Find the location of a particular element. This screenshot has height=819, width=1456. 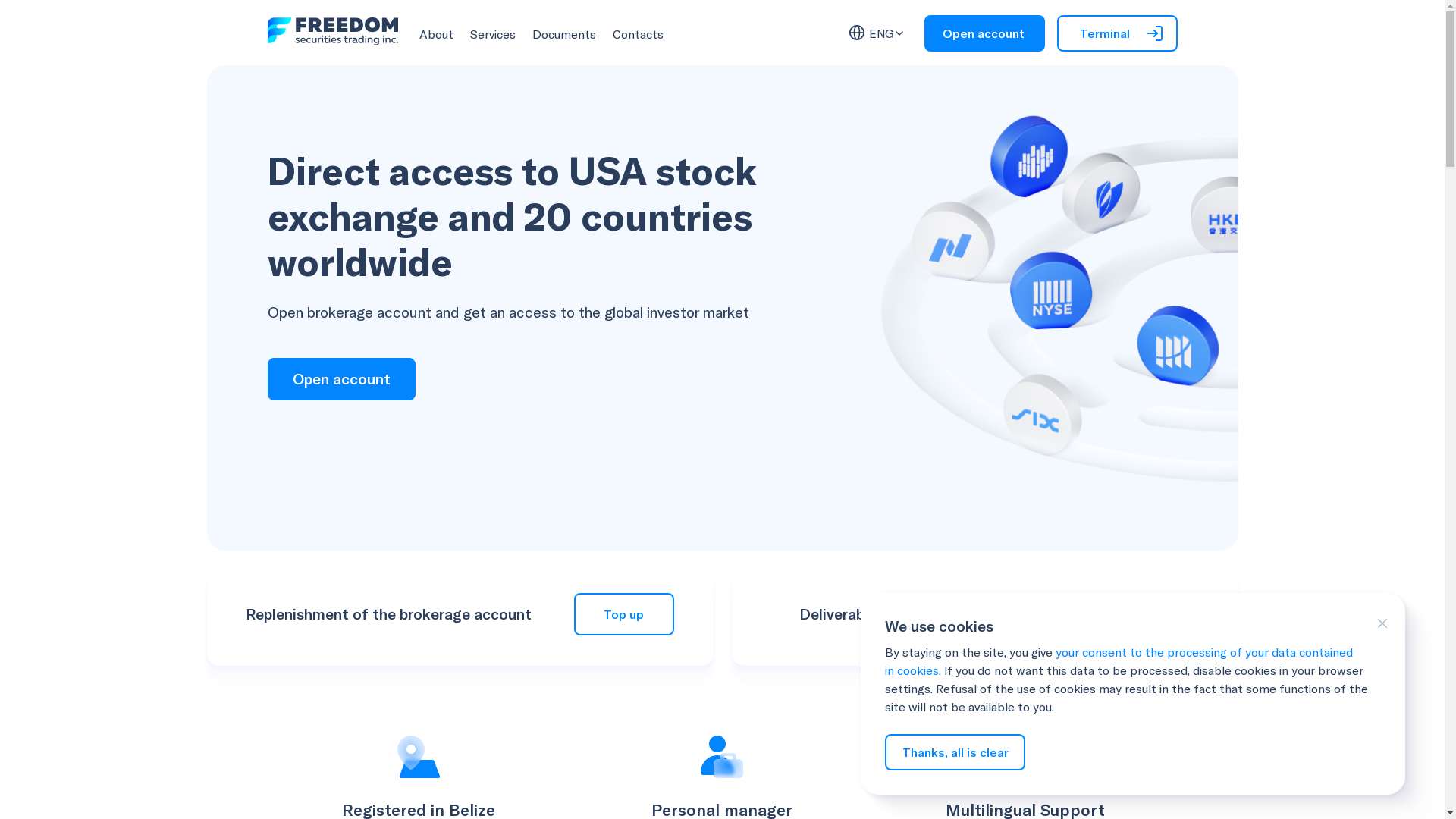

'Contacts' is located at coordinates (638, 34).